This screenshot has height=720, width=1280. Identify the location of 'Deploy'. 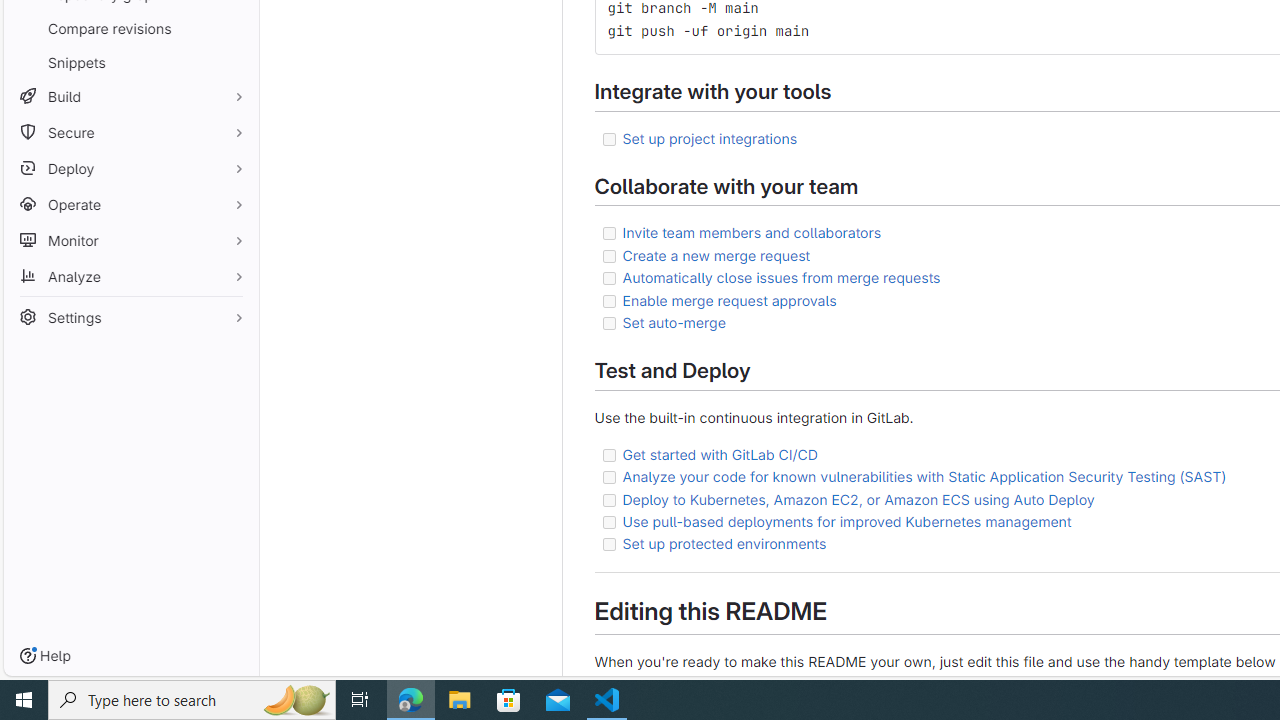
(130, 167).